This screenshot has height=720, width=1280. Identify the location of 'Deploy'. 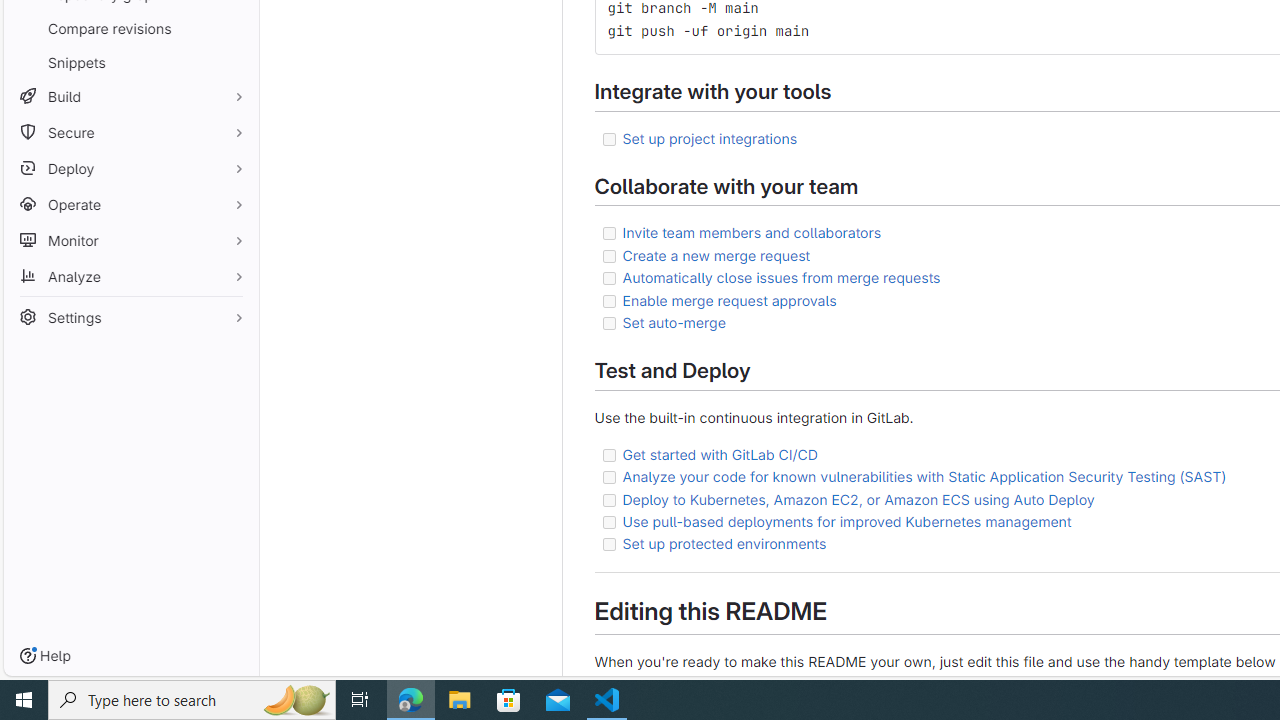
(130, 167).